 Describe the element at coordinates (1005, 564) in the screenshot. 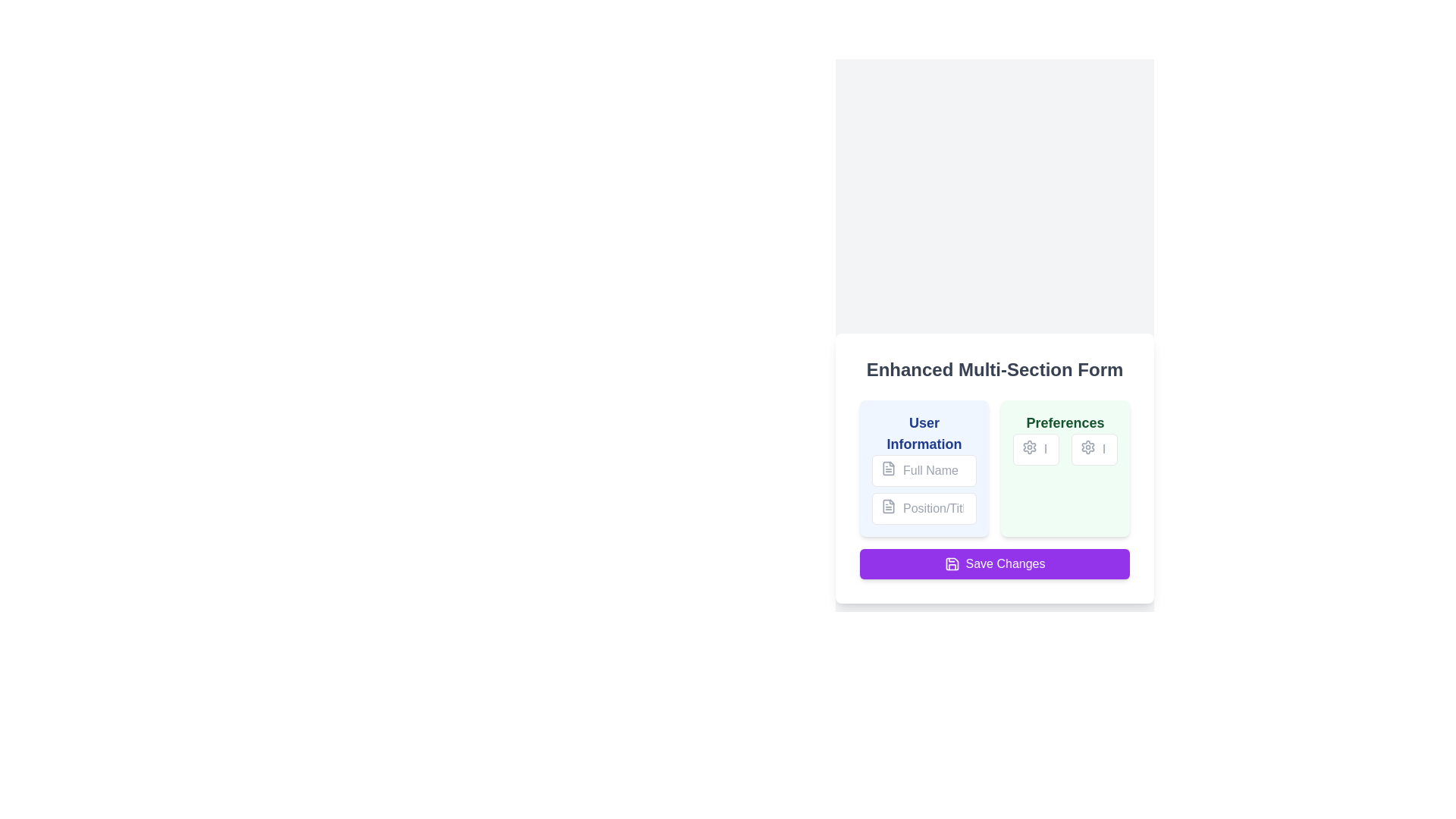

I see `the text indicating the save action within the button located at the lower-central part of the interface, specifically to the right of the save icon` at that location.